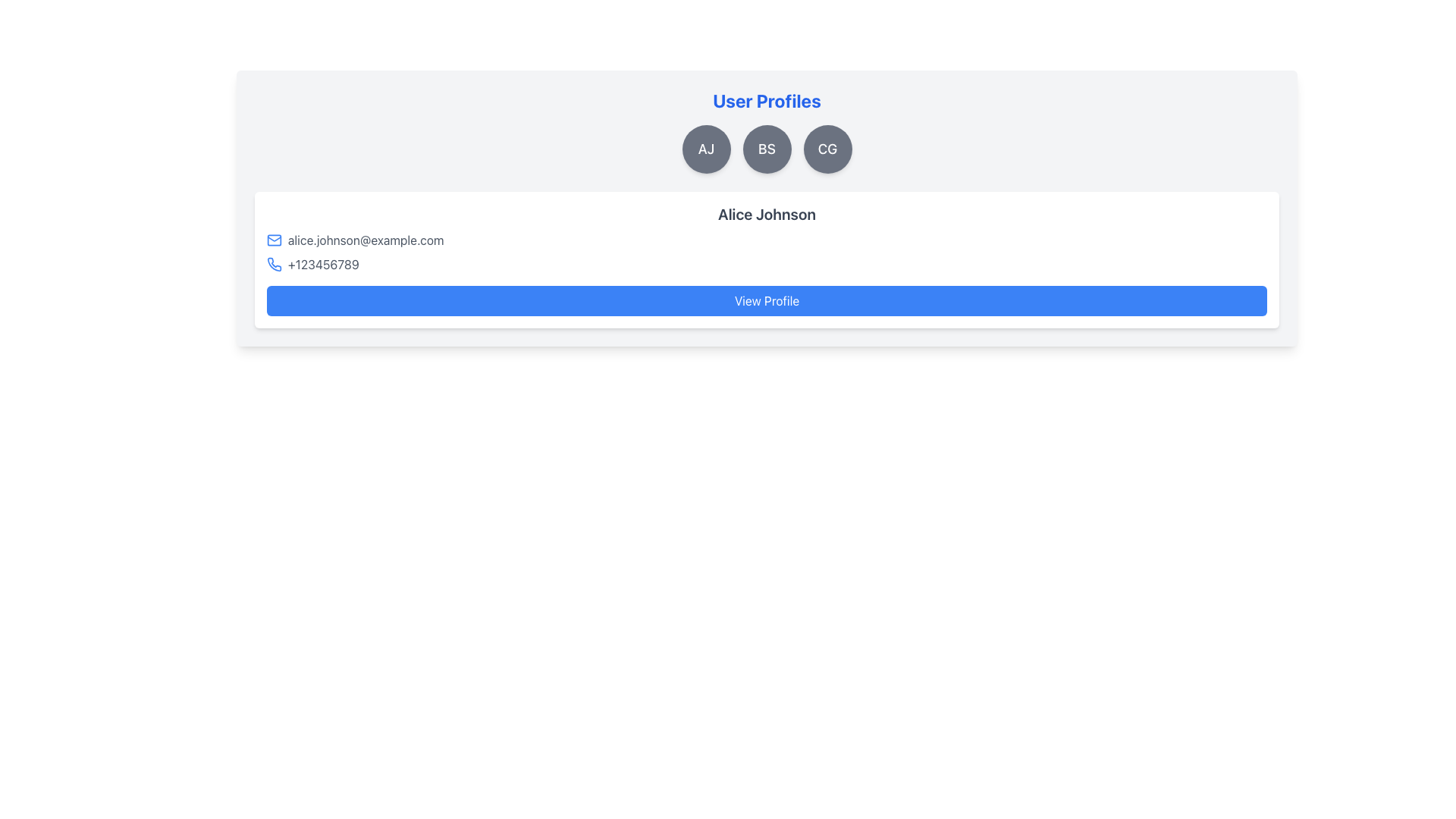 This screenshot has height=819, width=1456. Describe the element at coordinates (767, 149) in the screenshot. I see `the circular button with gray background and white text 'BS' to trigger hover events` at that location.